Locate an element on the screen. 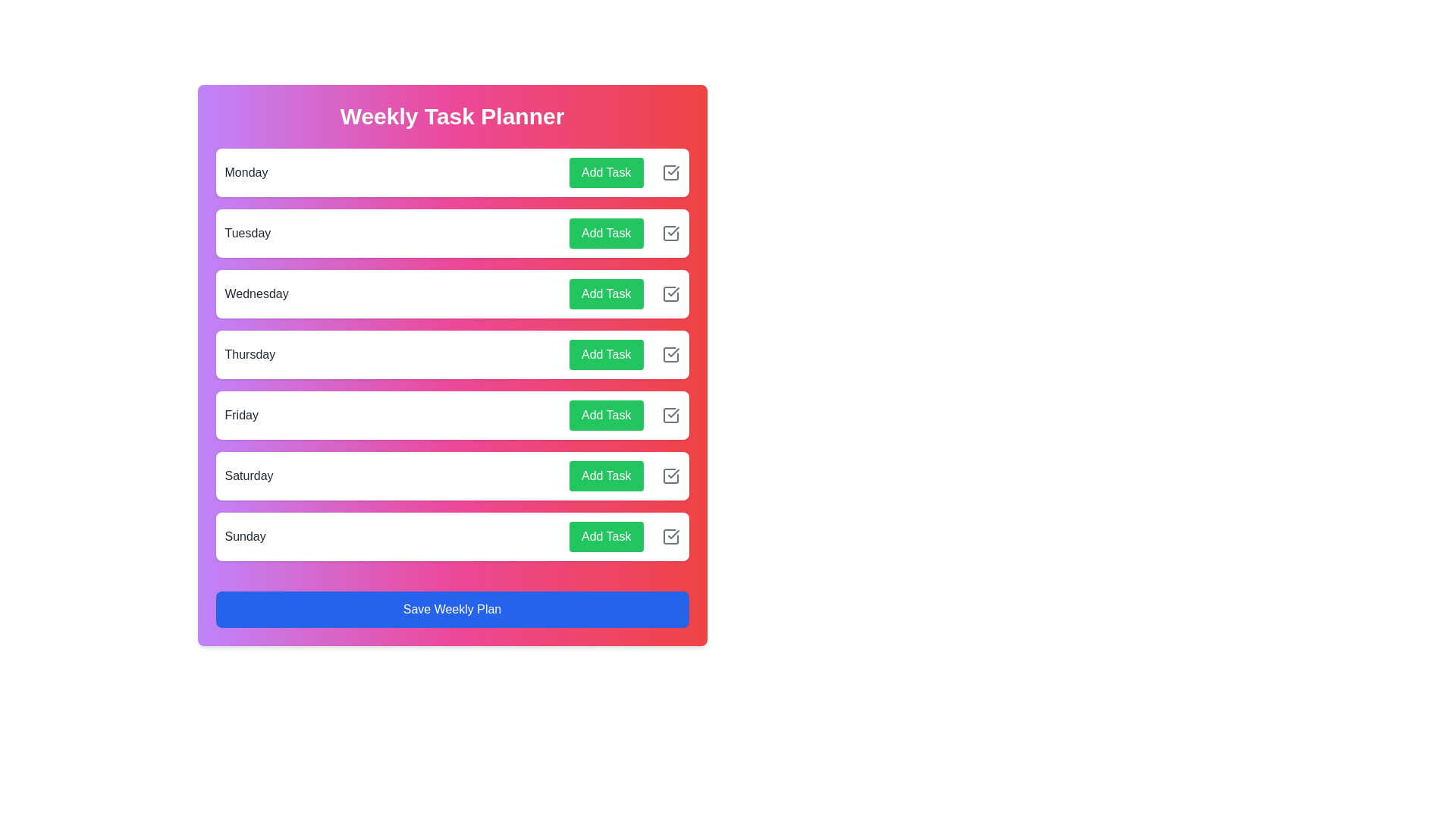 This screenshot has width=1456, height=819. the 'Add Task' button for Saturday is located at coordinates (605, 475).